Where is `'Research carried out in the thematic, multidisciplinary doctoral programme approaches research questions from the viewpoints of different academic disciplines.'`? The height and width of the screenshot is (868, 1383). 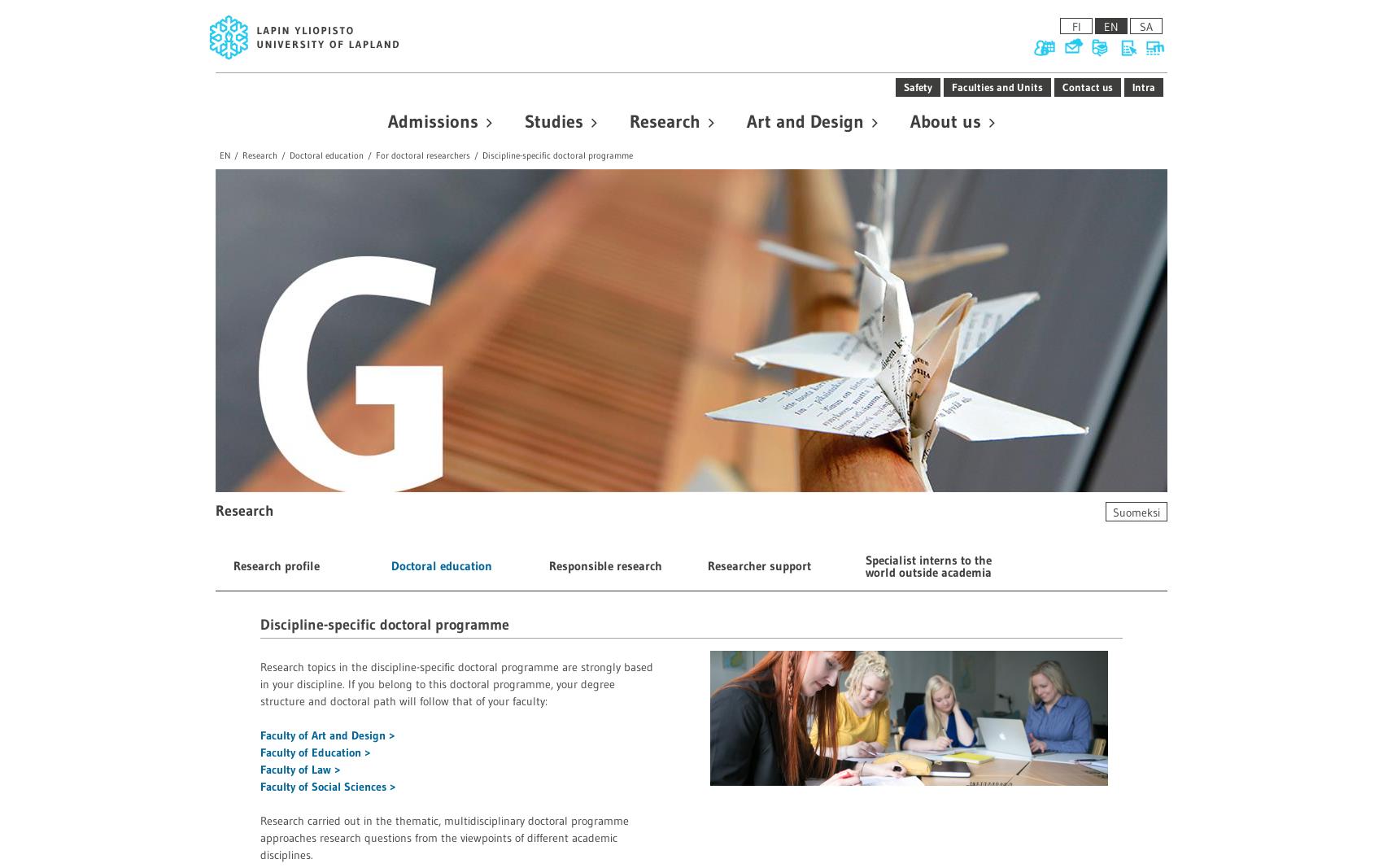 'Research carried out in the thematic, multidisciplinary doctoral programme approaches research questions from the viewpoints of different academic disciplines.' is located at coordinates (443, 837).